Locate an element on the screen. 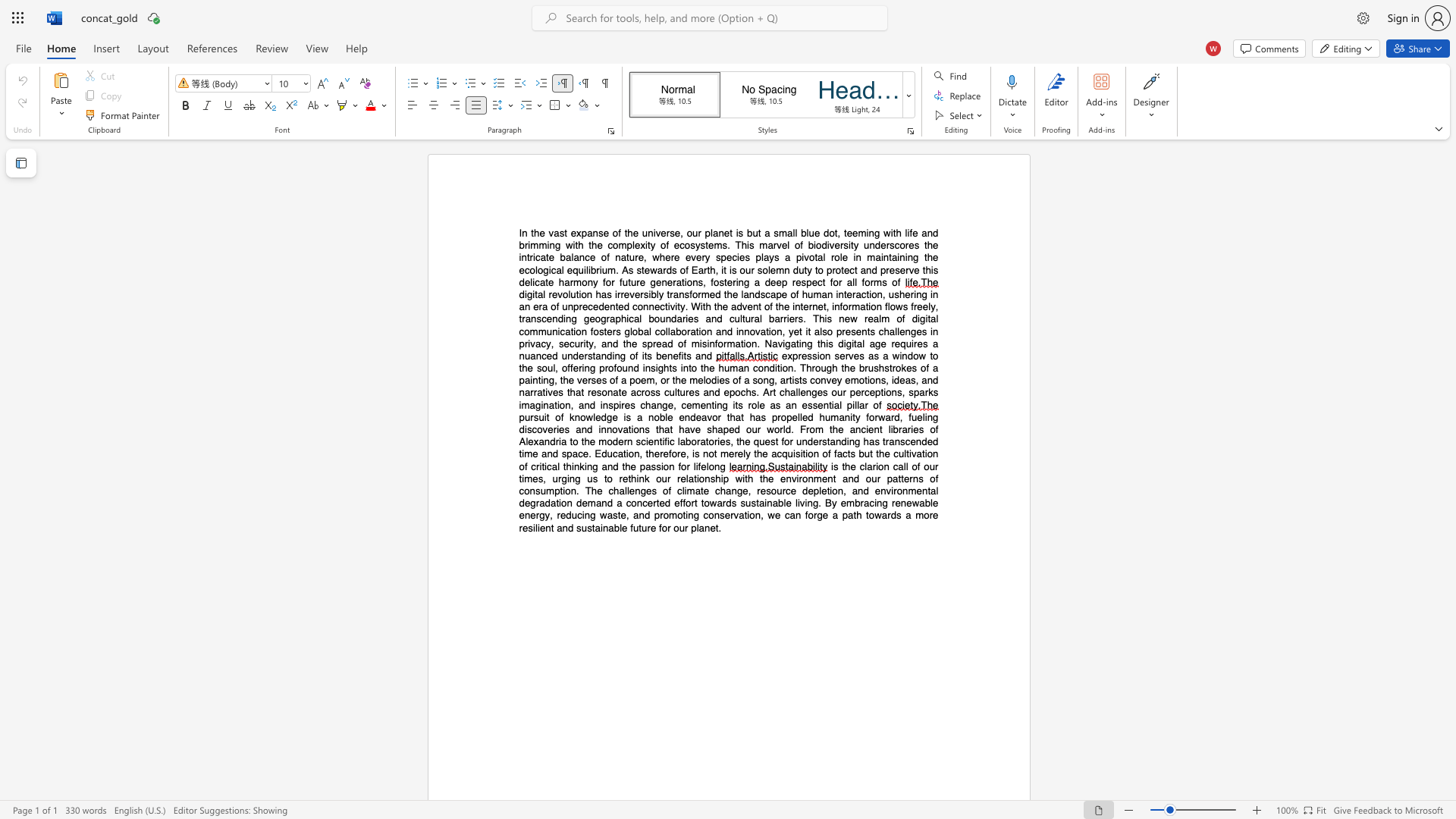 The height and width of the screenshot is (819, 1456). the subset text "knowledge is a noble endeavor that has propelled humanity forward, fueling" within the text "pursuit of knowledge is a noble endeavor that has propelled humanity forward, fueling discoveries and innovations that have shaped our world. From the ancient libraries of Alexandria to the modern scientific laboratories, the quest for understanding has transcended time and space. Education, therefore, is not merely the acquisition of facts but the cultivation of critical thinking and the passion for lifelong" is located at coordinates (569, 417).